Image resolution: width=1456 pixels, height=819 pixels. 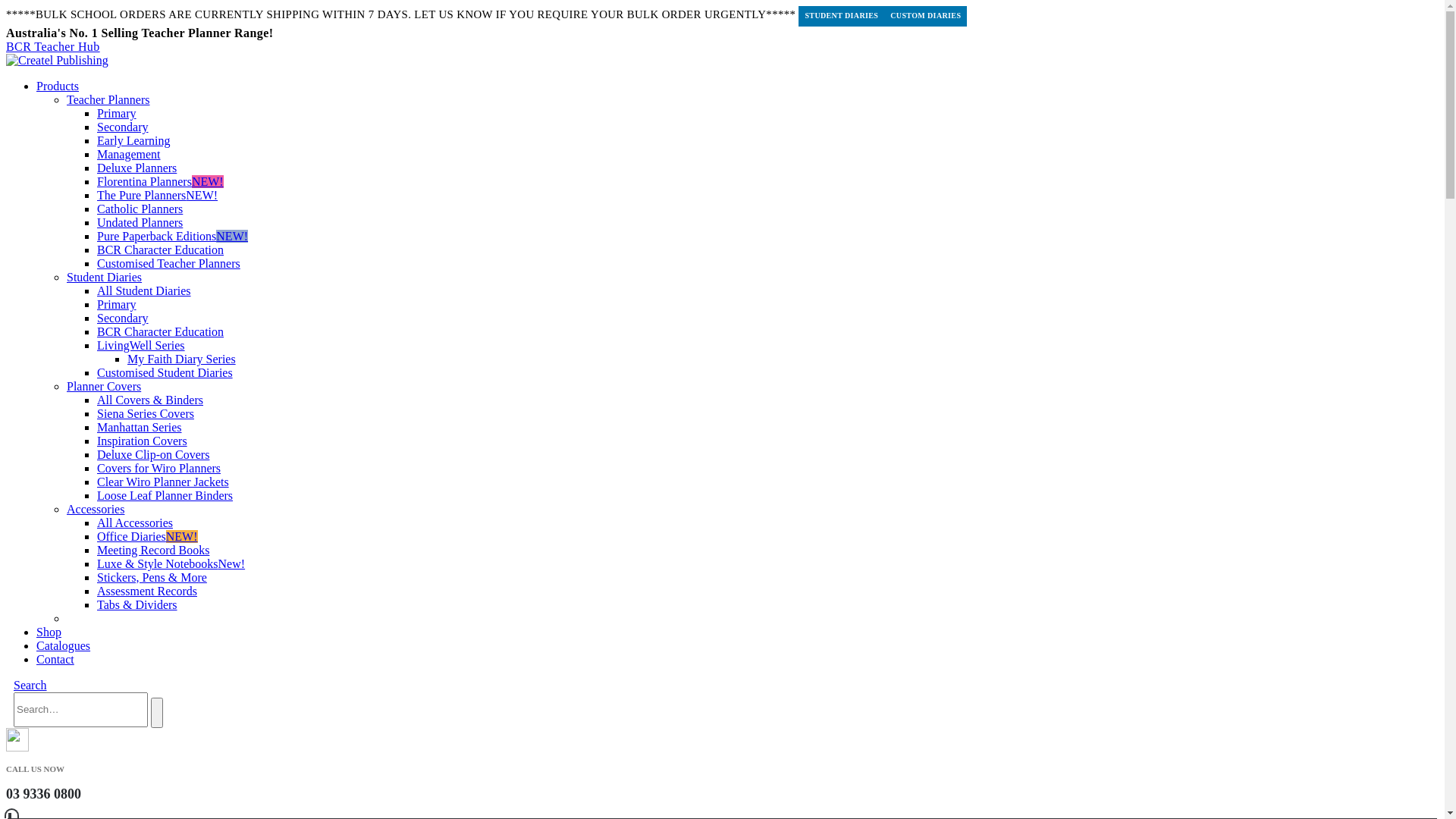 What do you see at coordinates (115, 112) in the screenshot?
I see `'Primary'` at bounding box center [115, 112].